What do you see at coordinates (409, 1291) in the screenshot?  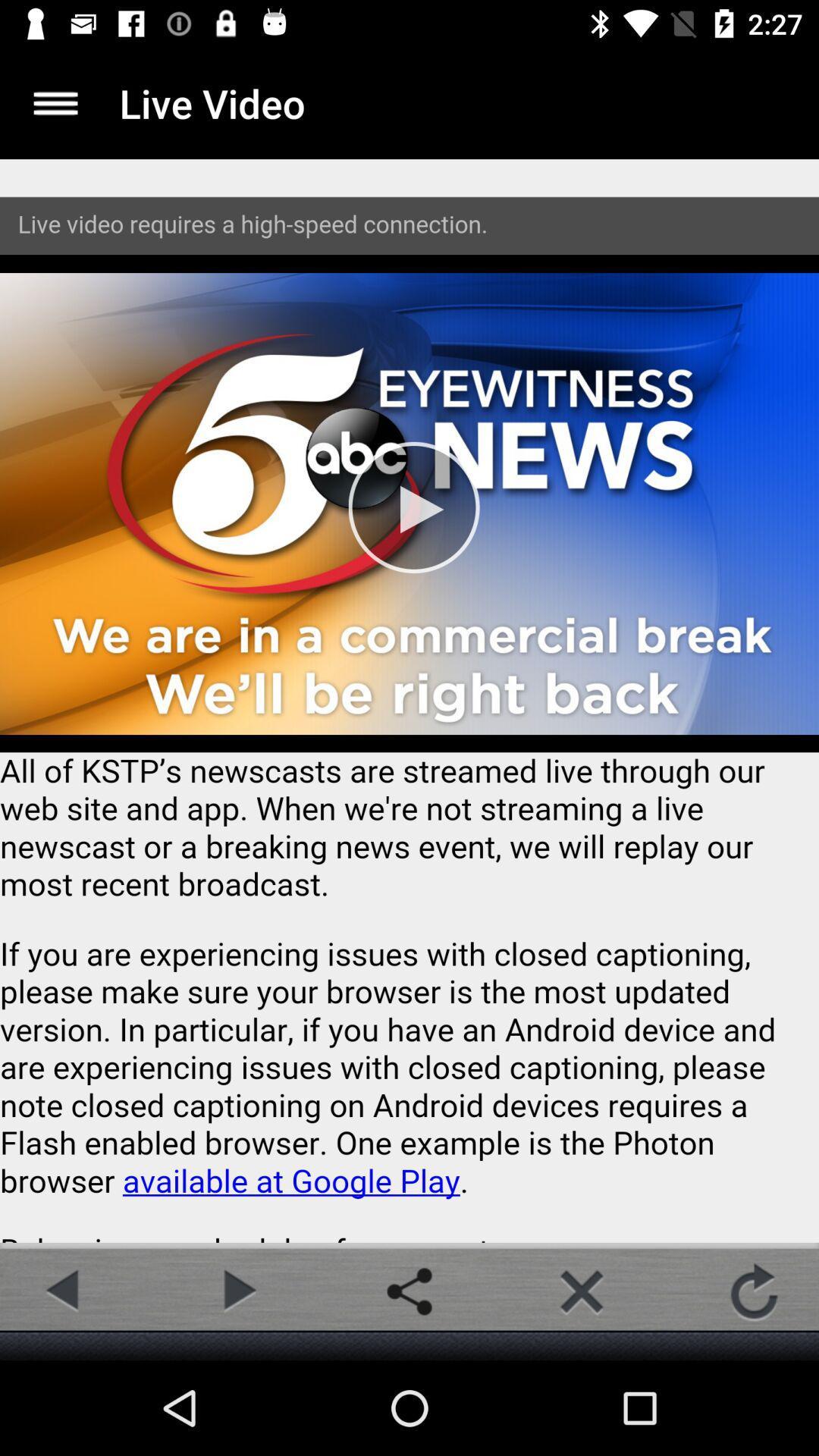 I see `share` at bounding box center [409, 1291].